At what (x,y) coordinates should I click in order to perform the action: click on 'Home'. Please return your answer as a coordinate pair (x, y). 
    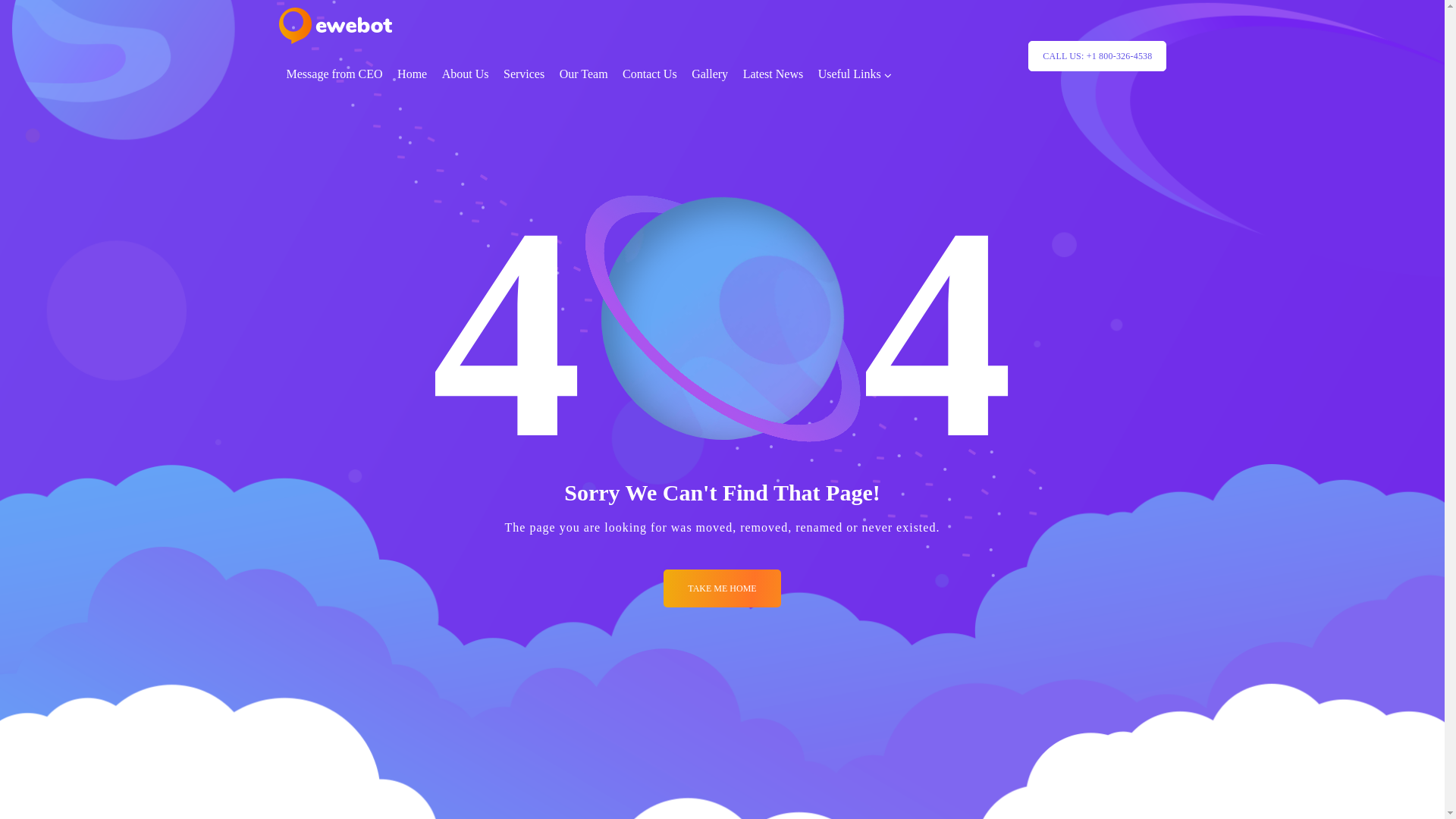
    Looking at the image, I should click on (412, 74).